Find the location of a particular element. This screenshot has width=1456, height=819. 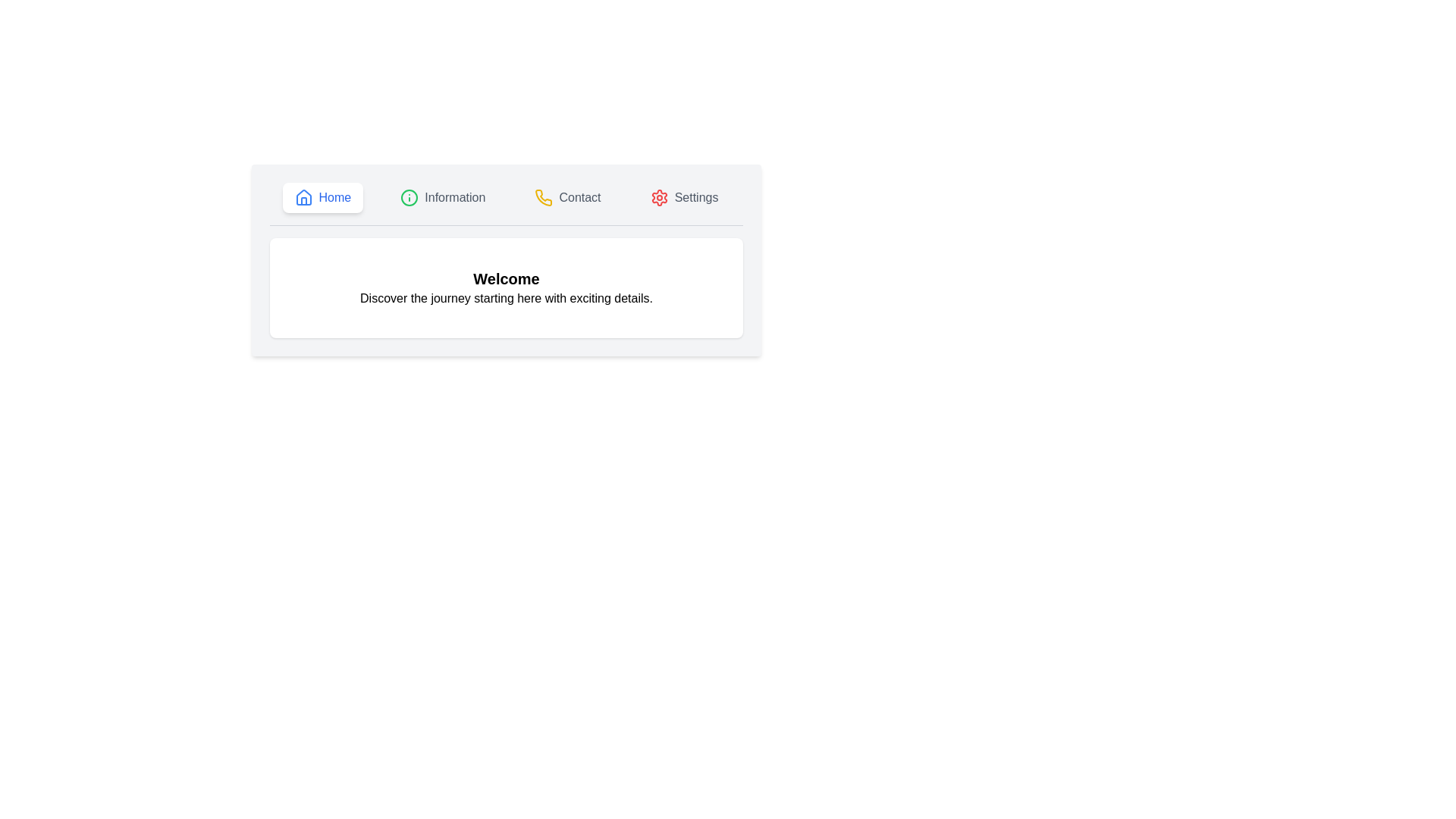

the blue house-shaped icon is located at coordinates (303, 197).